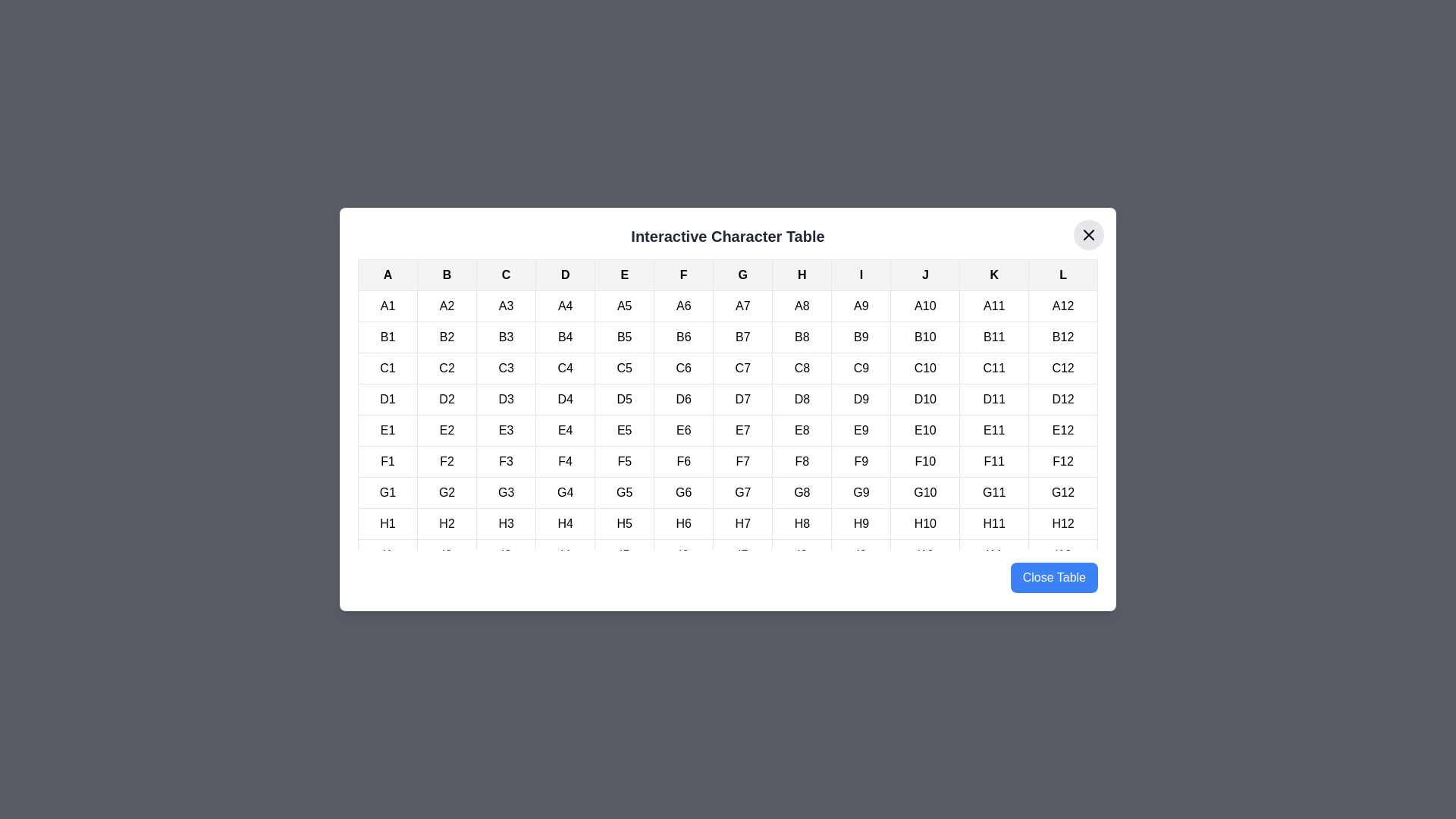 This screenshot has width=1456, height=819. Describe the element at coordinates (506, 275) in the screenshot. I see `the table header cell labeled C to highlight its column` at that location.